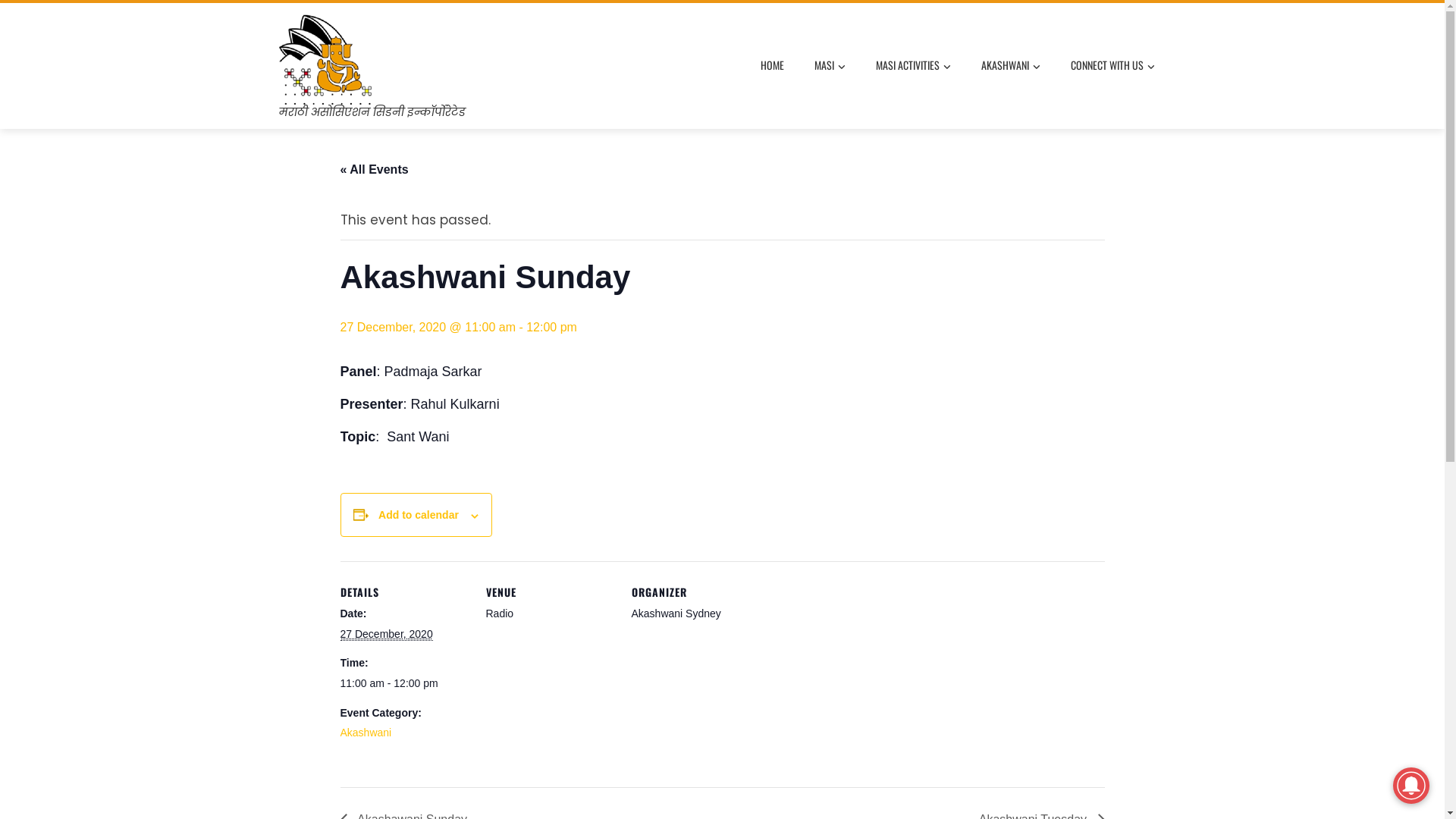  Describe the element at coordinates (365, 731) in the screenshot. I see `'Akashwani'` at that location.